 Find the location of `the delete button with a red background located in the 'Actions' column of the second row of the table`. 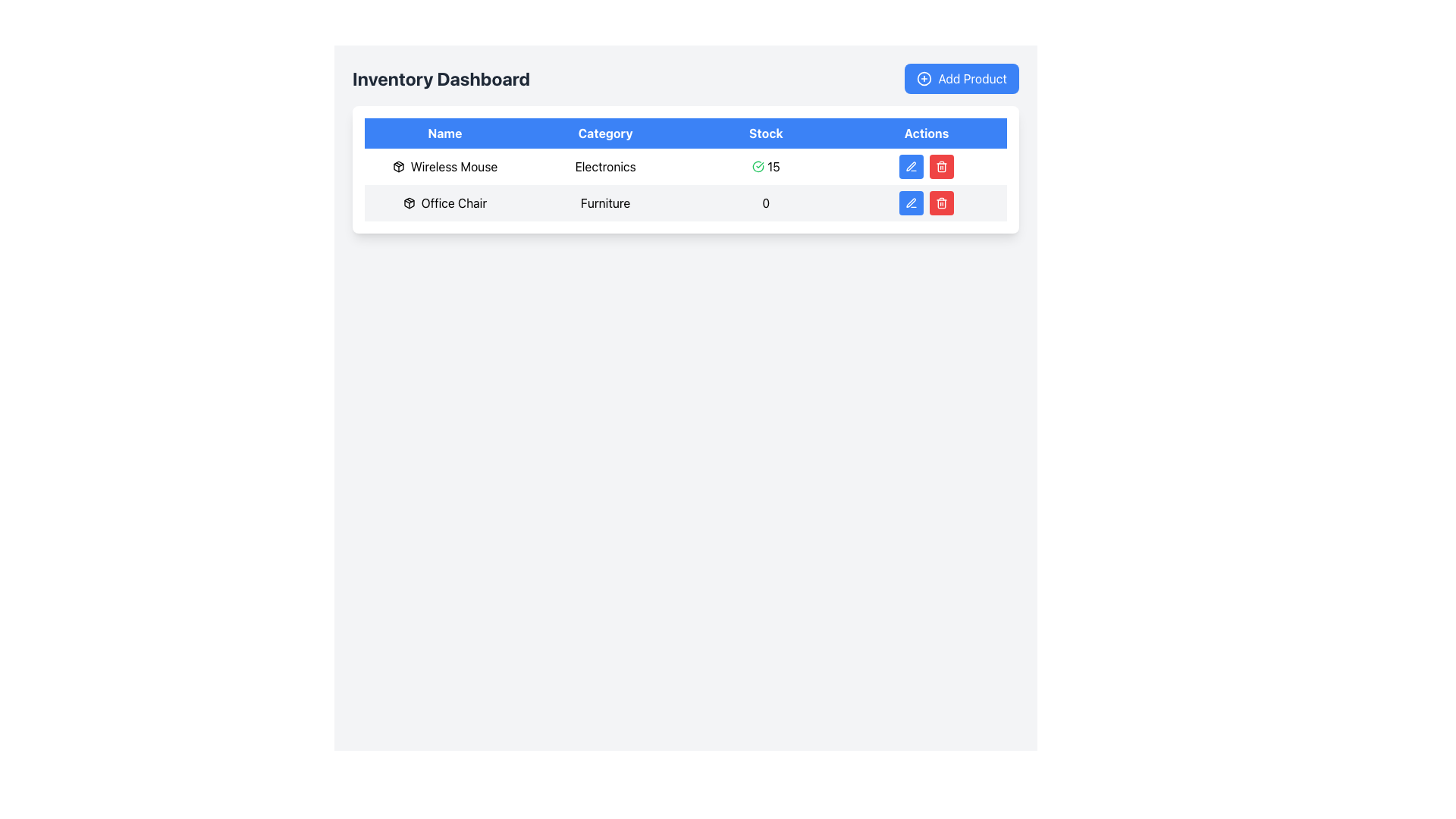

the delete button with a red background located in the 'Actions' column of the second row of the table is located at coordinates (941, 166).